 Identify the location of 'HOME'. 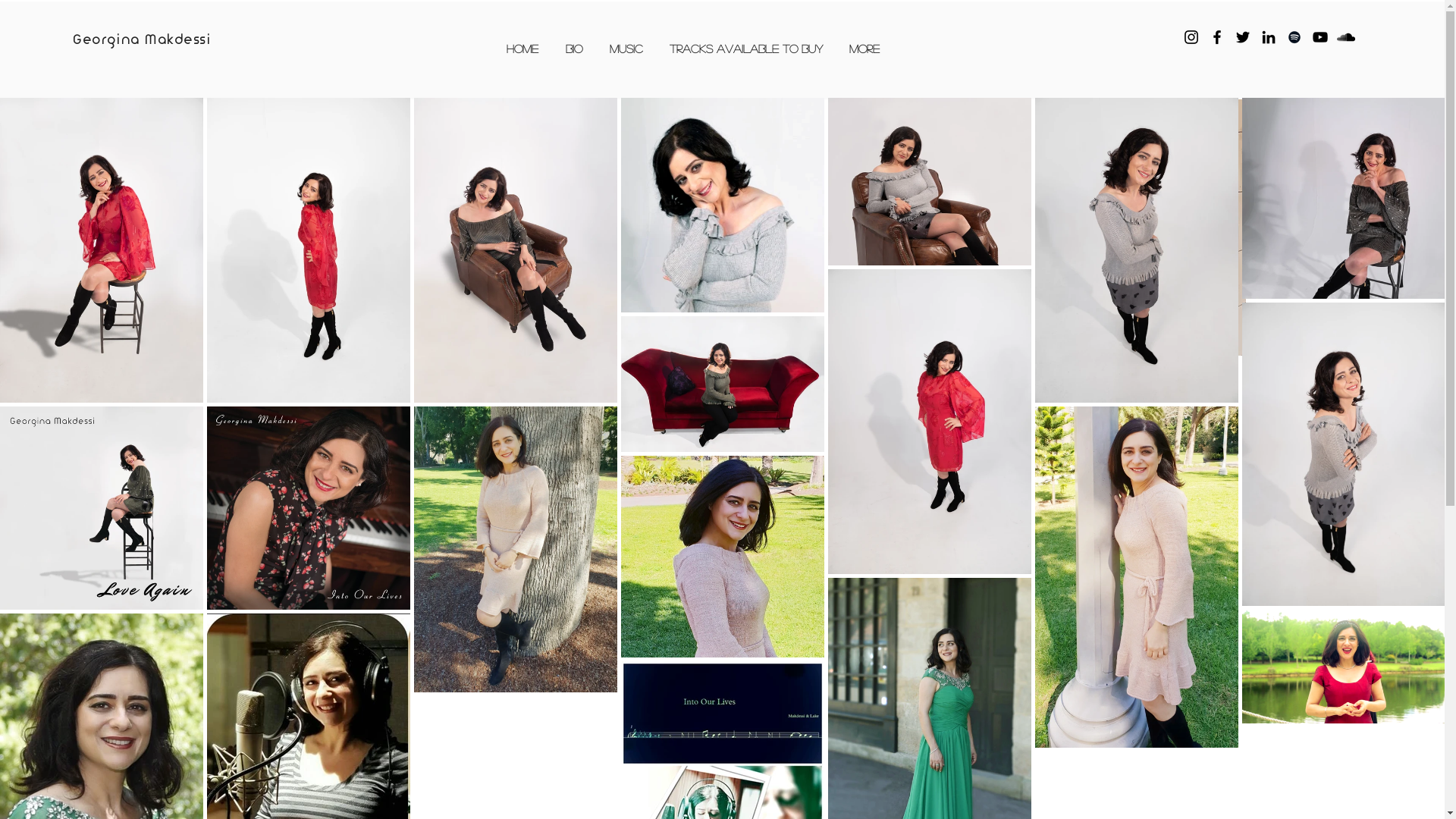
(522, 47).